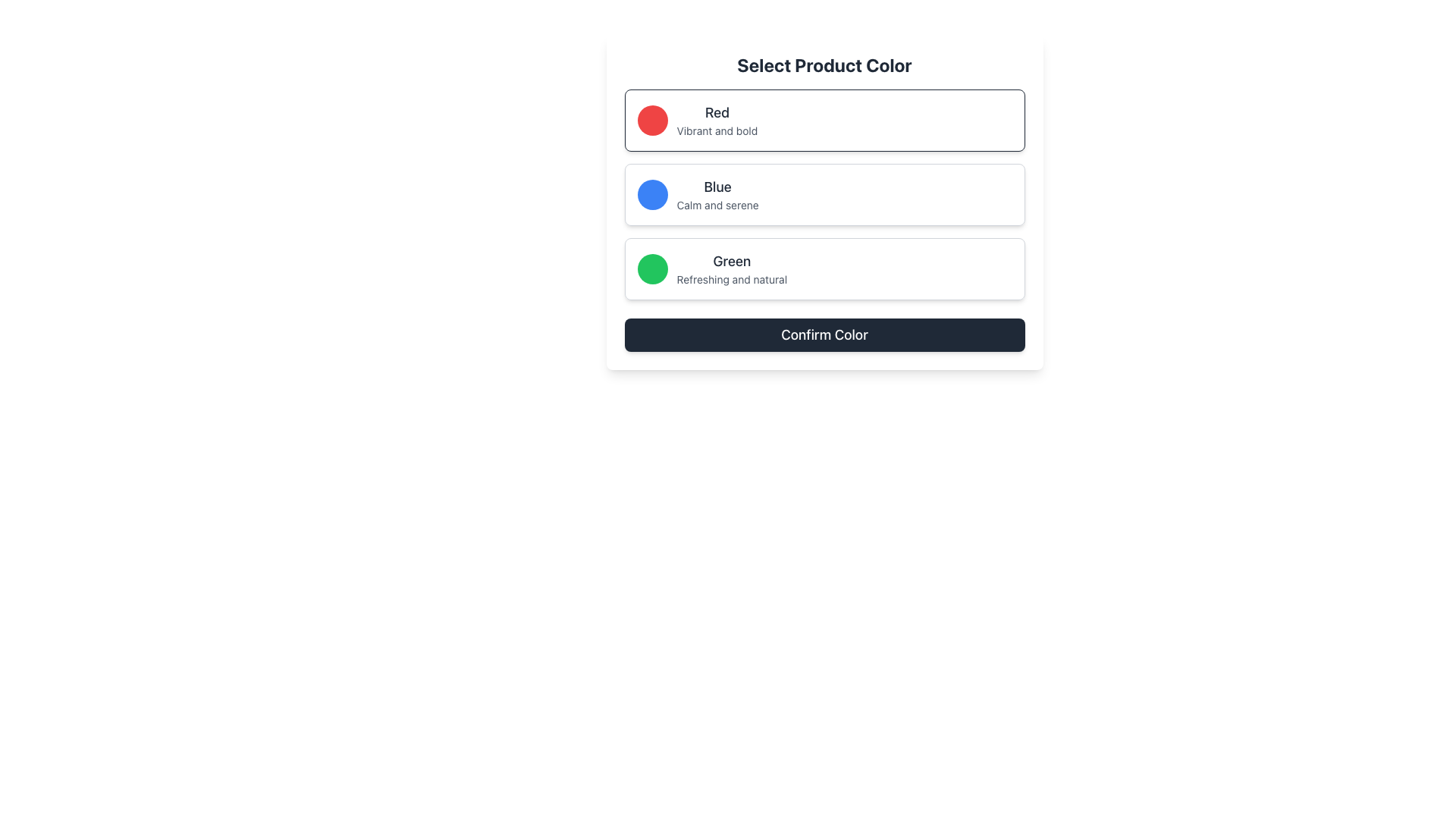 This screenshot has width=1456, height=819. What do you see at coordinates (732, 280) in the screenshot?
I see `the descriptive text snippet reading 'Refreshing and natural', which is positioned directly beneath the bold title 'Green' in the third selectable color option column` at bounding box center [732, 280].